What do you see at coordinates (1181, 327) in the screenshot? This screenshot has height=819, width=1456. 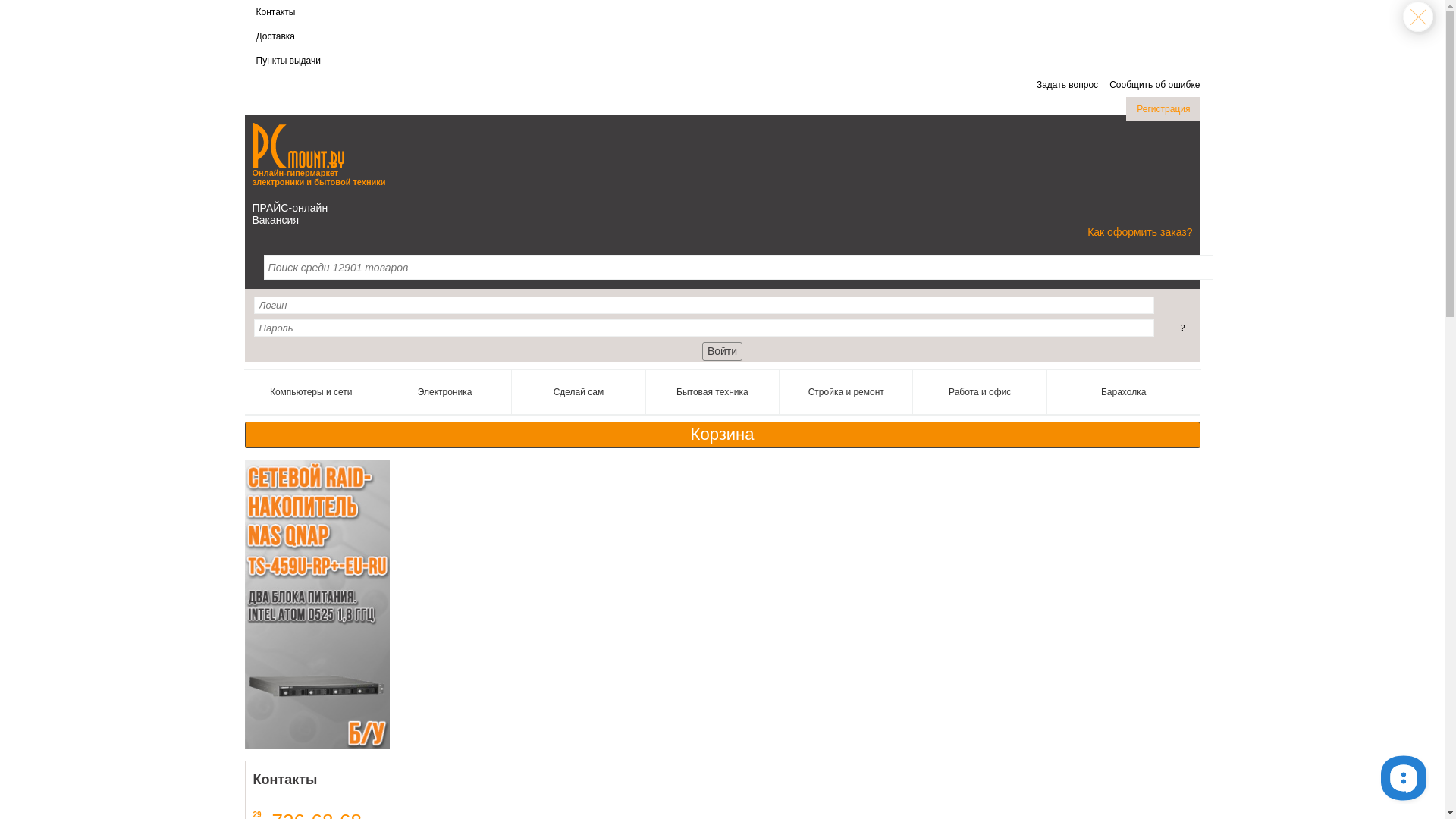 I see `'?'` at bounding box center [1181, 327].